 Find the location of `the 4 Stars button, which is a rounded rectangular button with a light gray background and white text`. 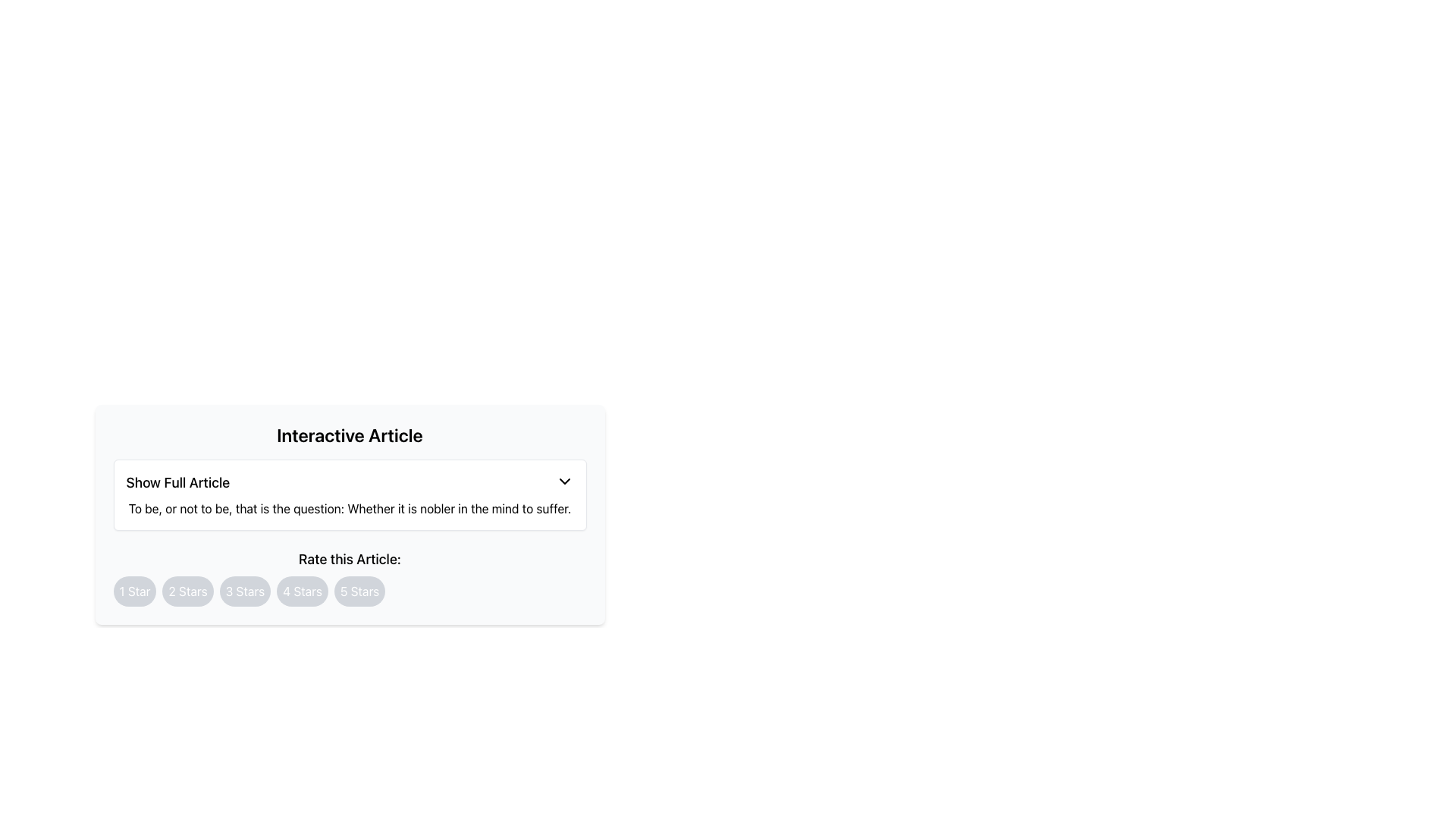

the 4 Stars button, which is a rounded rectangular button with a light gray background and white text is located at coordinates (302, 590).